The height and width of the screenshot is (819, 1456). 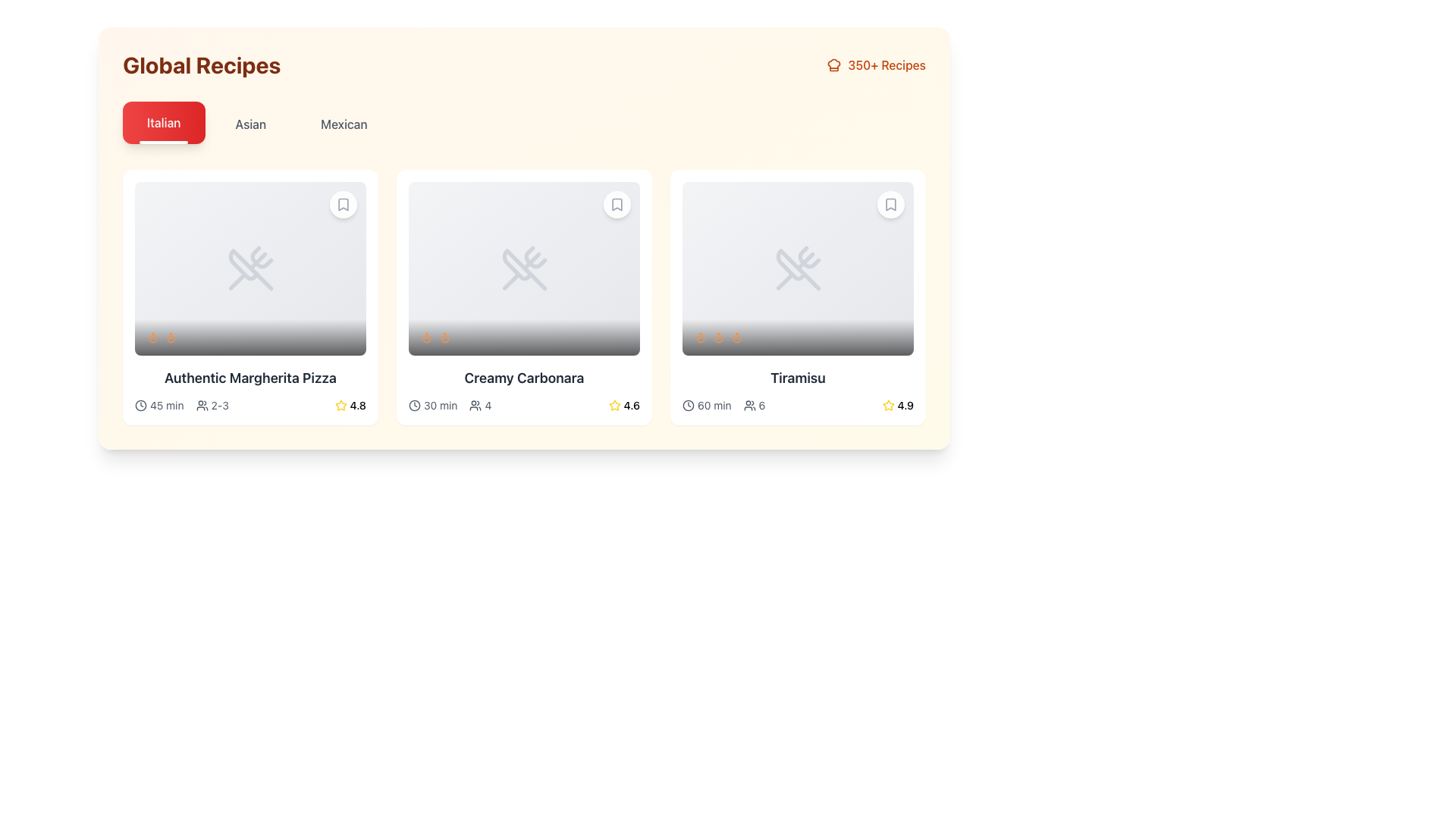 I want to click on the value of the text label displaying the number '6', which is styled in gray and positioned next to a group of users icon, as the second item in a horizontal layout, so click(x=754, y=404).